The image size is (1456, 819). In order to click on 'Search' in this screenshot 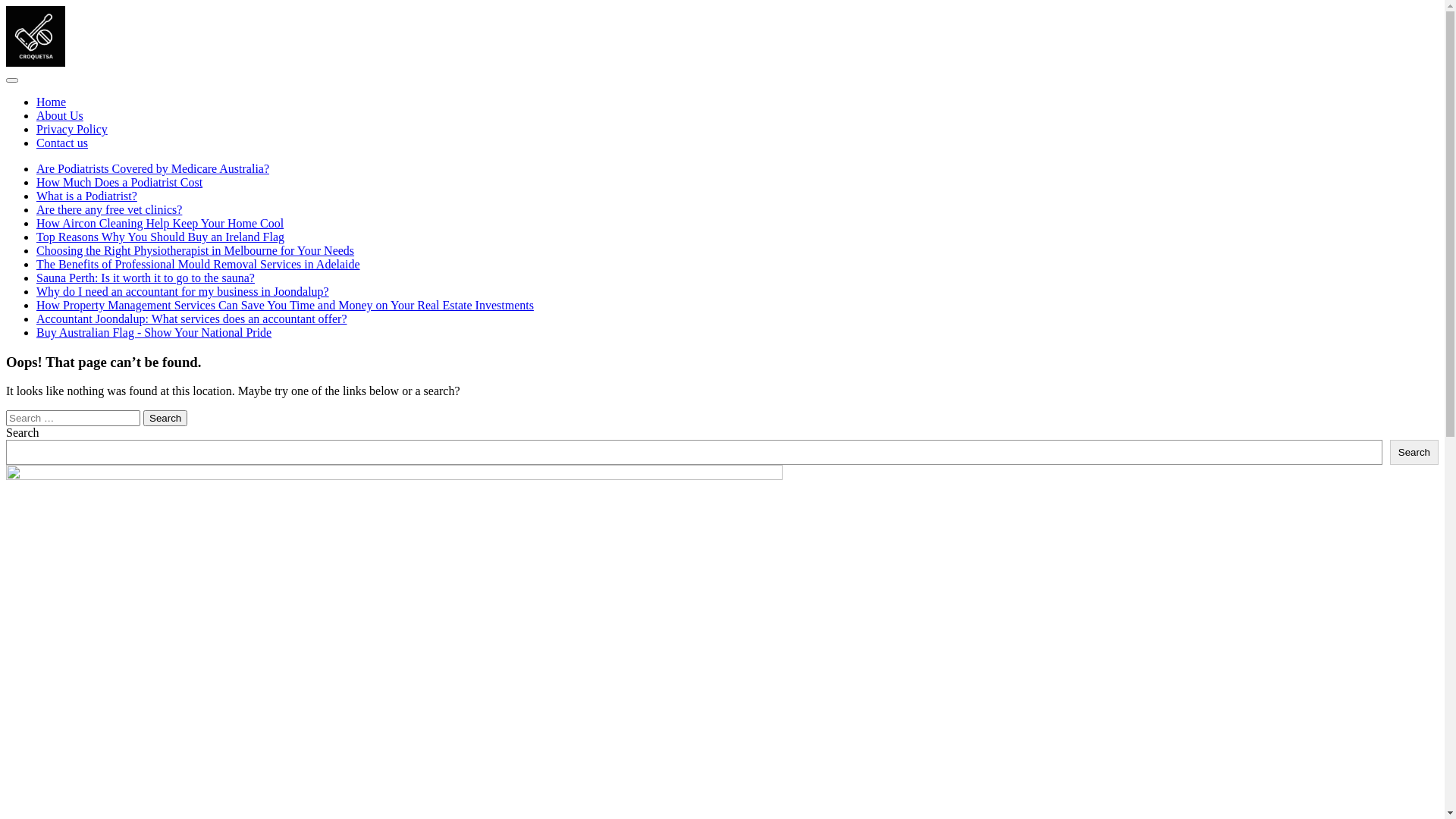, I will do `click(1414, 451)`.